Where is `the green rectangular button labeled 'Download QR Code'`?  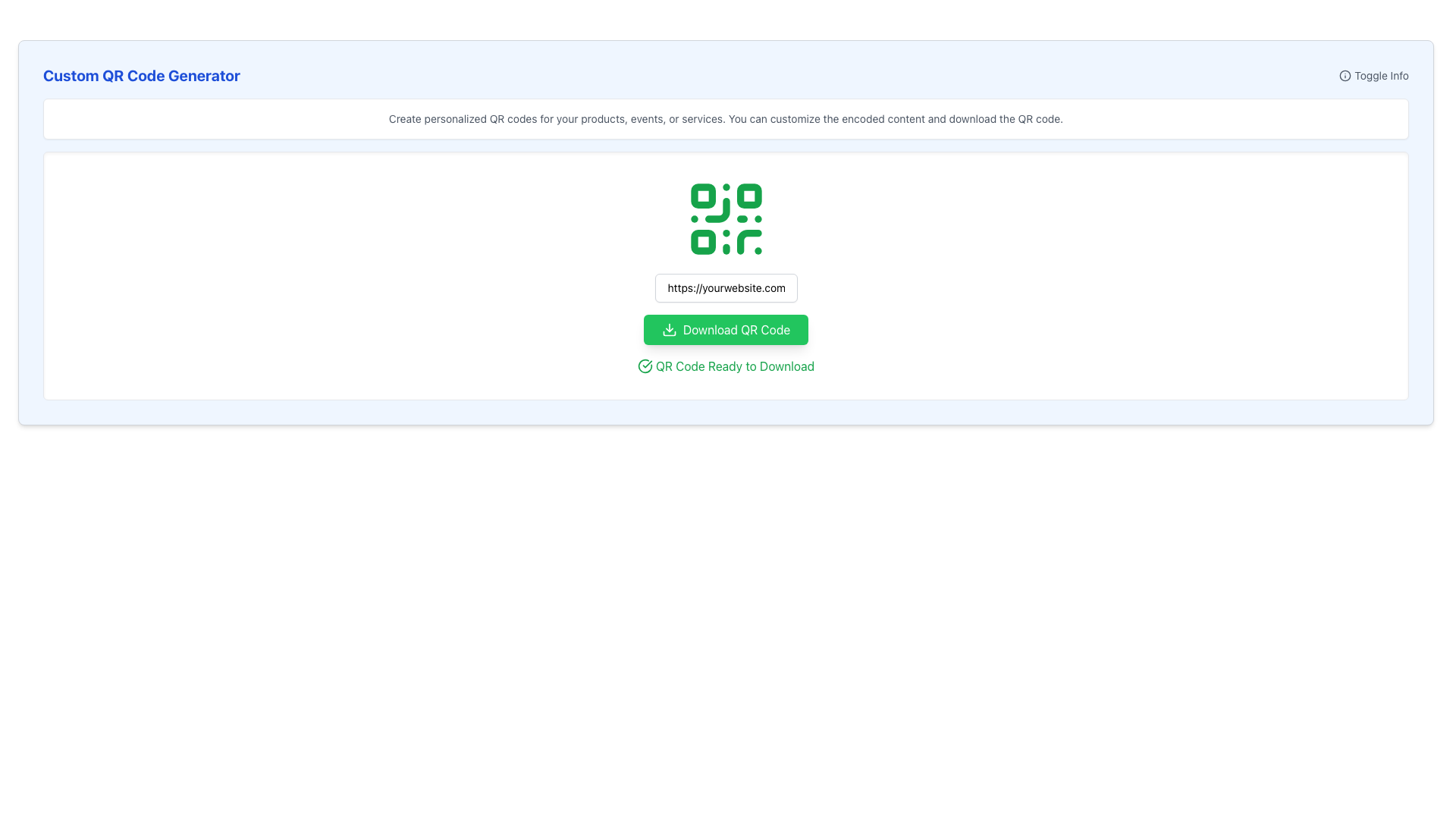 the green rectangular button labeled 'Download QR Code' is located at coordinates (668, 329).